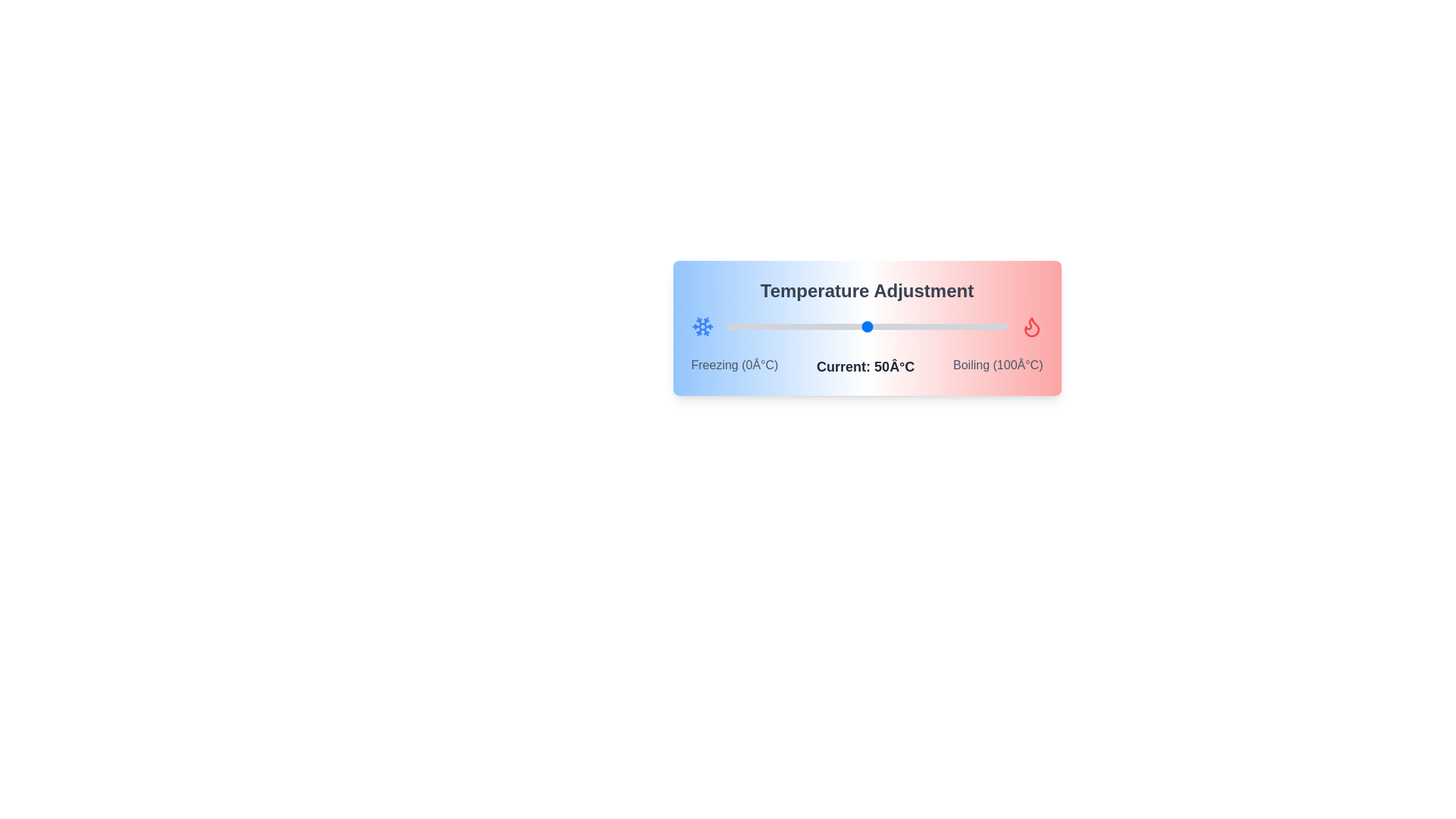  What do you see at coordinates (701, 326) in the screenshot?
I see `the snowflake icon` at bounding box center [701, 326].